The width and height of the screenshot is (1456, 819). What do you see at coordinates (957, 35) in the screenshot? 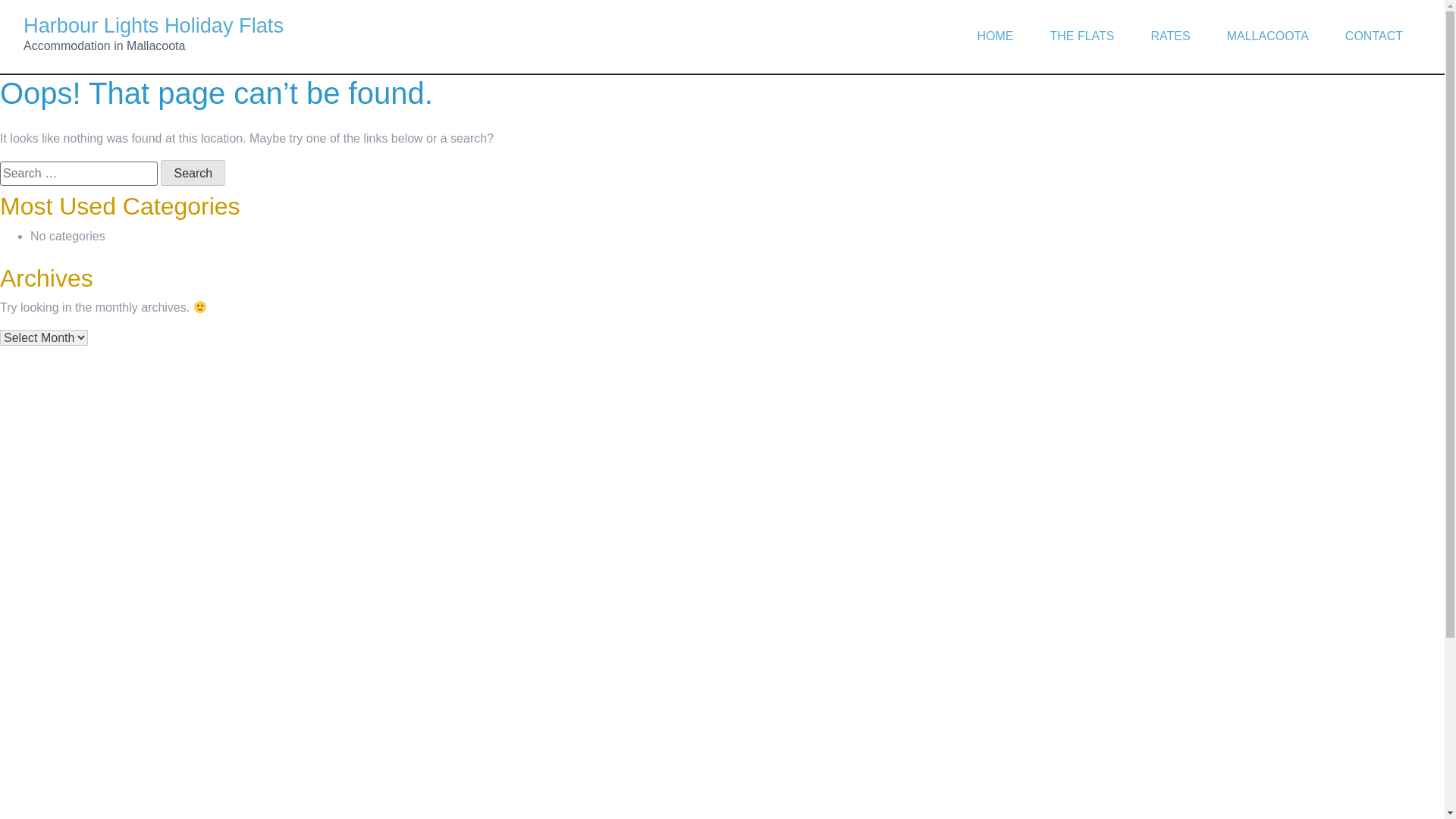
I see `'HOME'` at bounding box center [957, 35].